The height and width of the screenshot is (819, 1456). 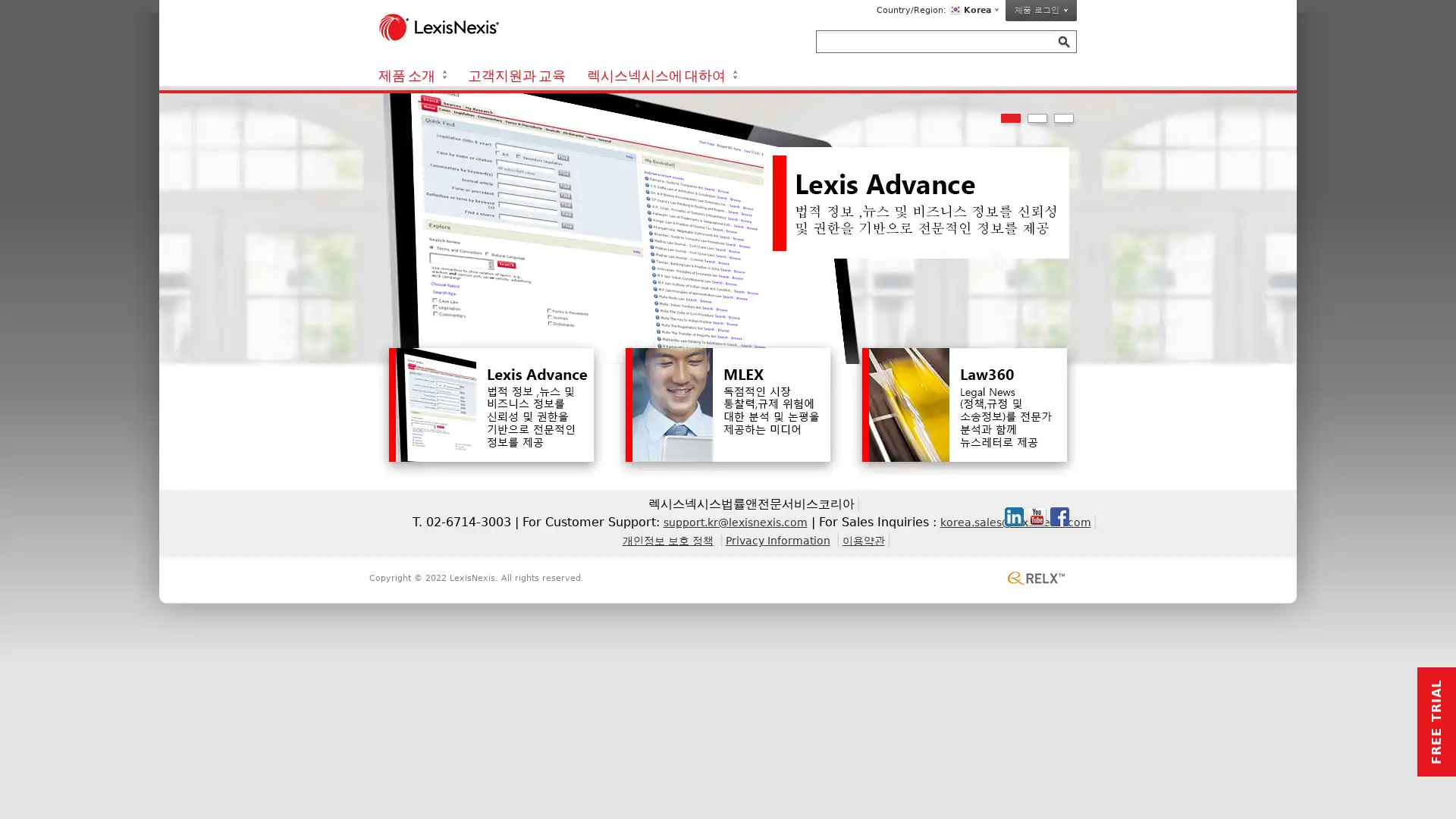 I want to click on Search, so click(x=1063, y=42).